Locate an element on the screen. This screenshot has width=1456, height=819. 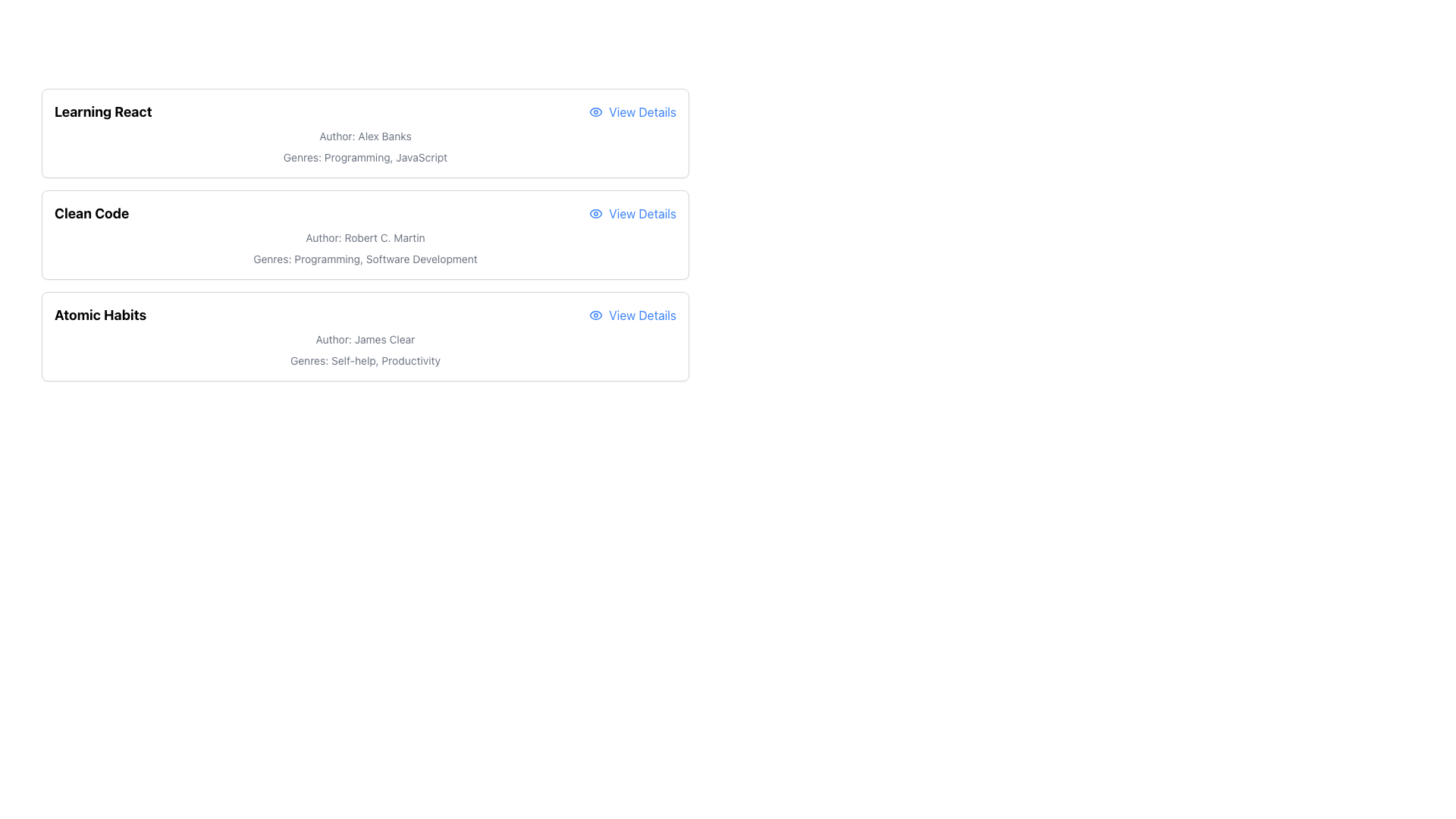
the title text element 'Clean Code', which is located under 'Learning React' and above 'Atomic Habits' in the second section of the vertical list layout is located at coordinates (91, 213).